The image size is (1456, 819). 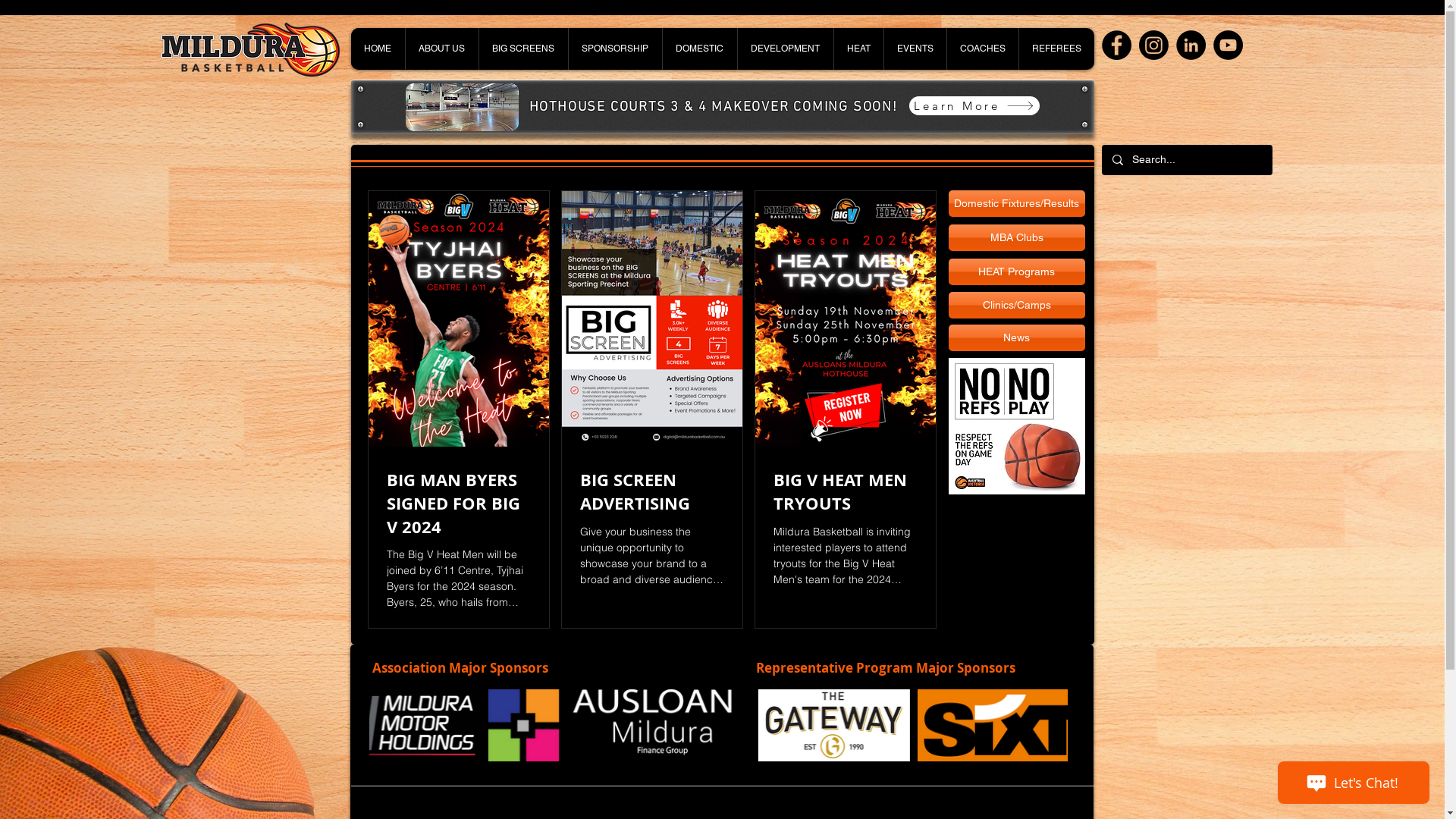 What do you see at coordinates (522, 48) in the screenshot?
I see `'BIG SCREENS'` at bounding box center [522, 48].